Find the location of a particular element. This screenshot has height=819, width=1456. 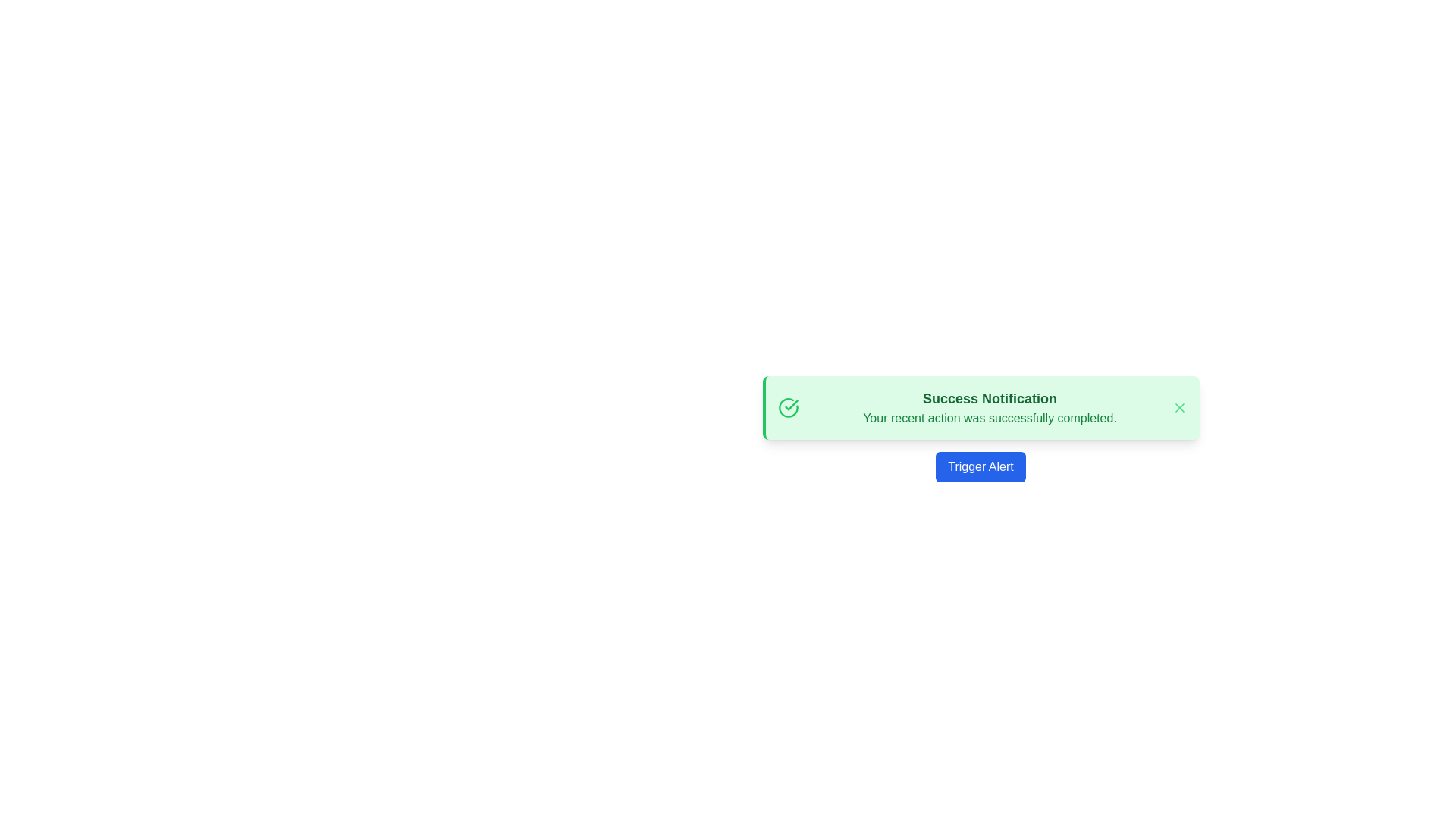

message displayed in green font that states 'Your recent action was successfully completed.' which is located below the 'Success Notification' title in the notification box is located at coordinates (990, 418).